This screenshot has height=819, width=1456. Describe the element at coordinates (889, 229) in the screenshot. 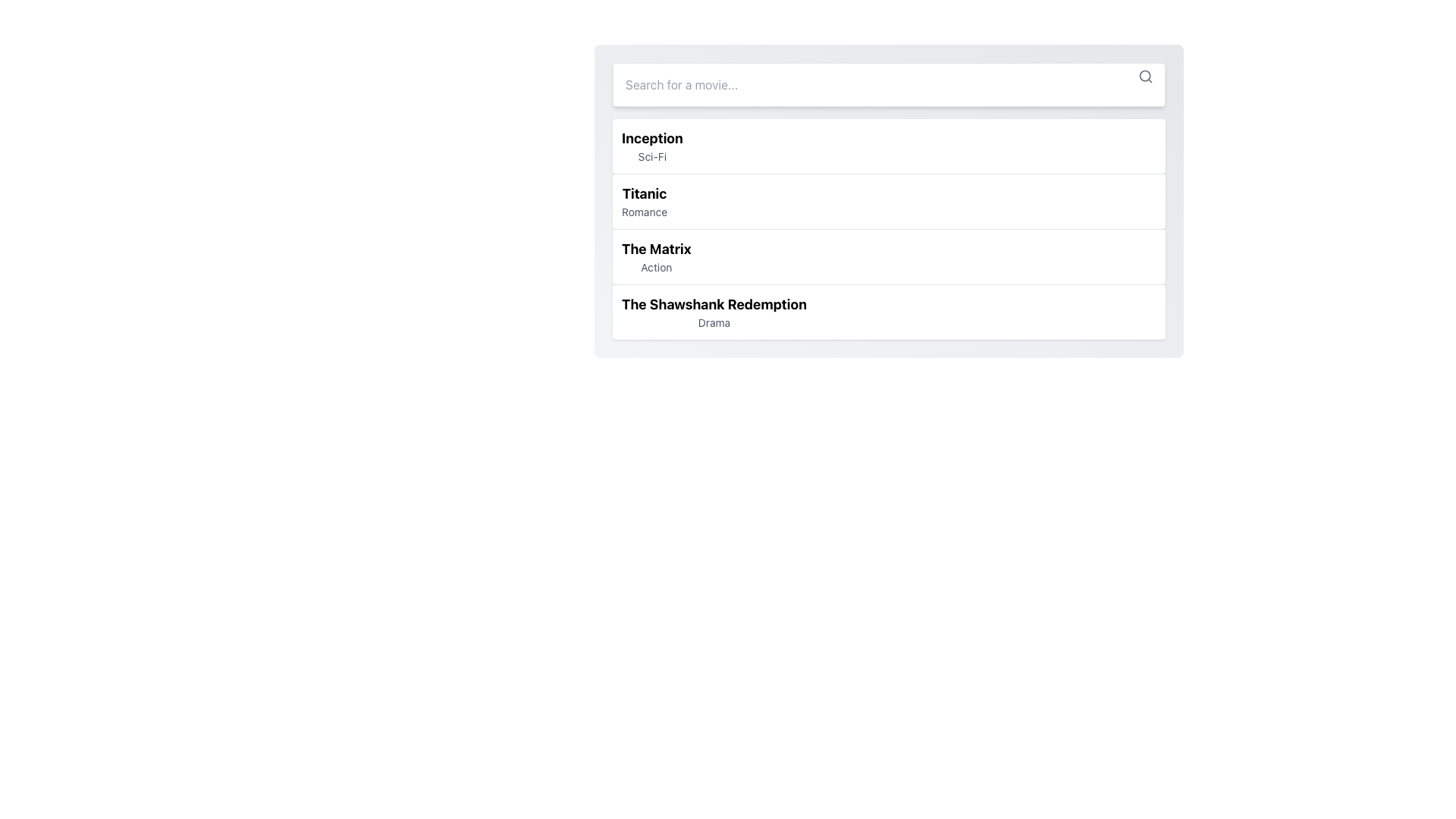

I see `the third item in the movie list titled 'The Matrix' which belongs to the 'Action' genre` at that location.